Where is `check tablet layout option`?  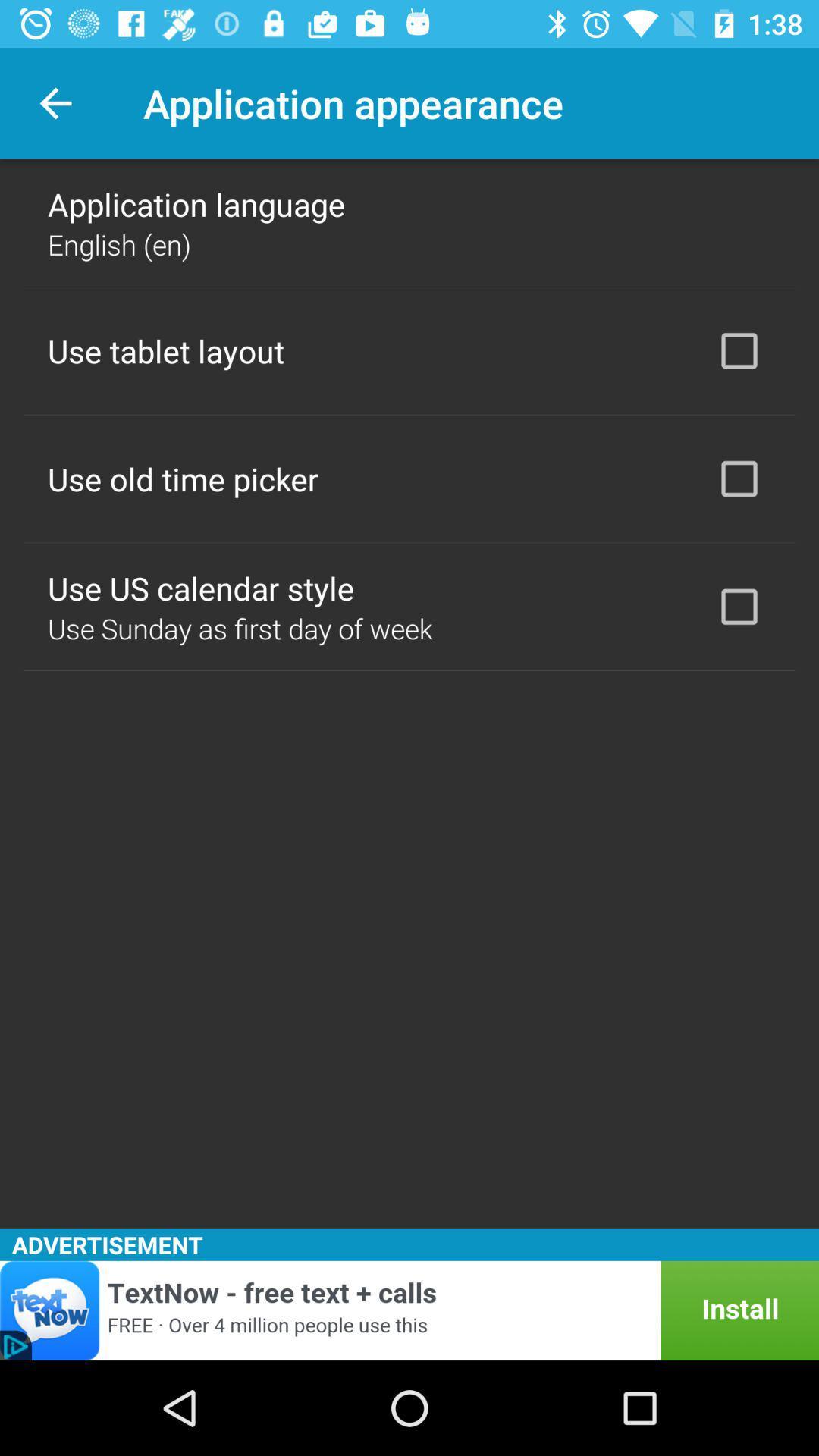
check tablet layout option is located at coordinates (739, 350).